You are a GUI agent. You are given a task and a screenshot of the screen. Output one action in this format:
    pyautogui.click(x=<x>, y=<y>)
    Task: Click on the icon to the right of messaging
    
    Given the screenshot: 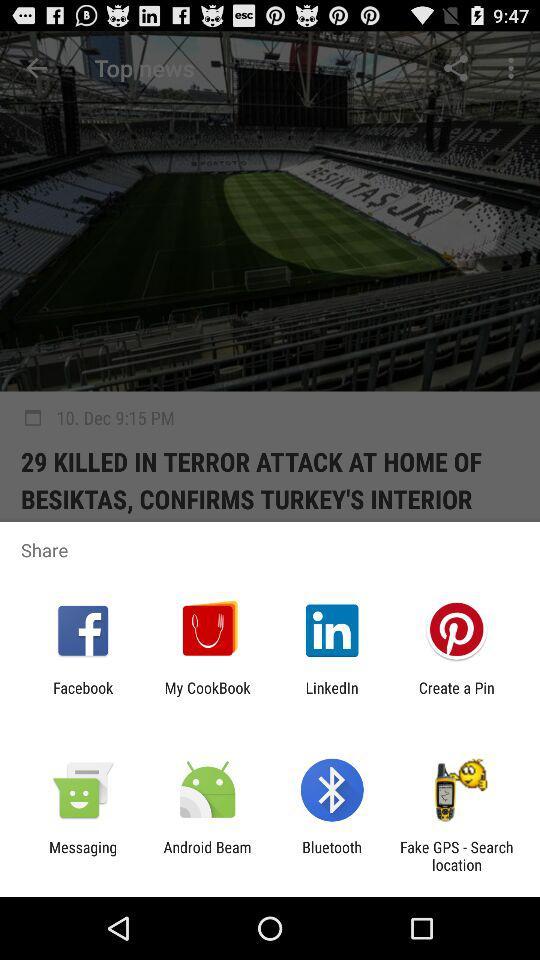 What is the action you would take?
    pyautogui.click(x=206, y=855)
    